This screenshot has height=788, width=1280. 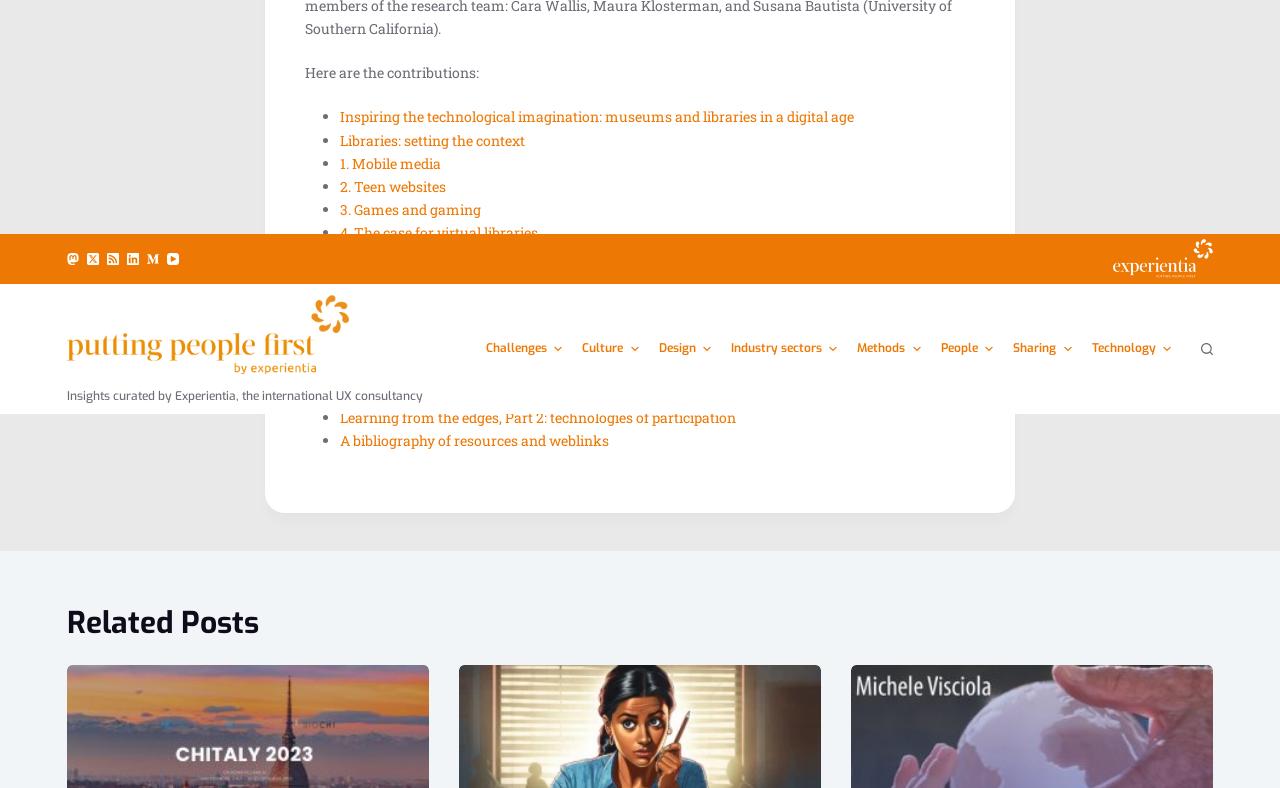 I want to click on 'One comment', so click(x=363, y=42).